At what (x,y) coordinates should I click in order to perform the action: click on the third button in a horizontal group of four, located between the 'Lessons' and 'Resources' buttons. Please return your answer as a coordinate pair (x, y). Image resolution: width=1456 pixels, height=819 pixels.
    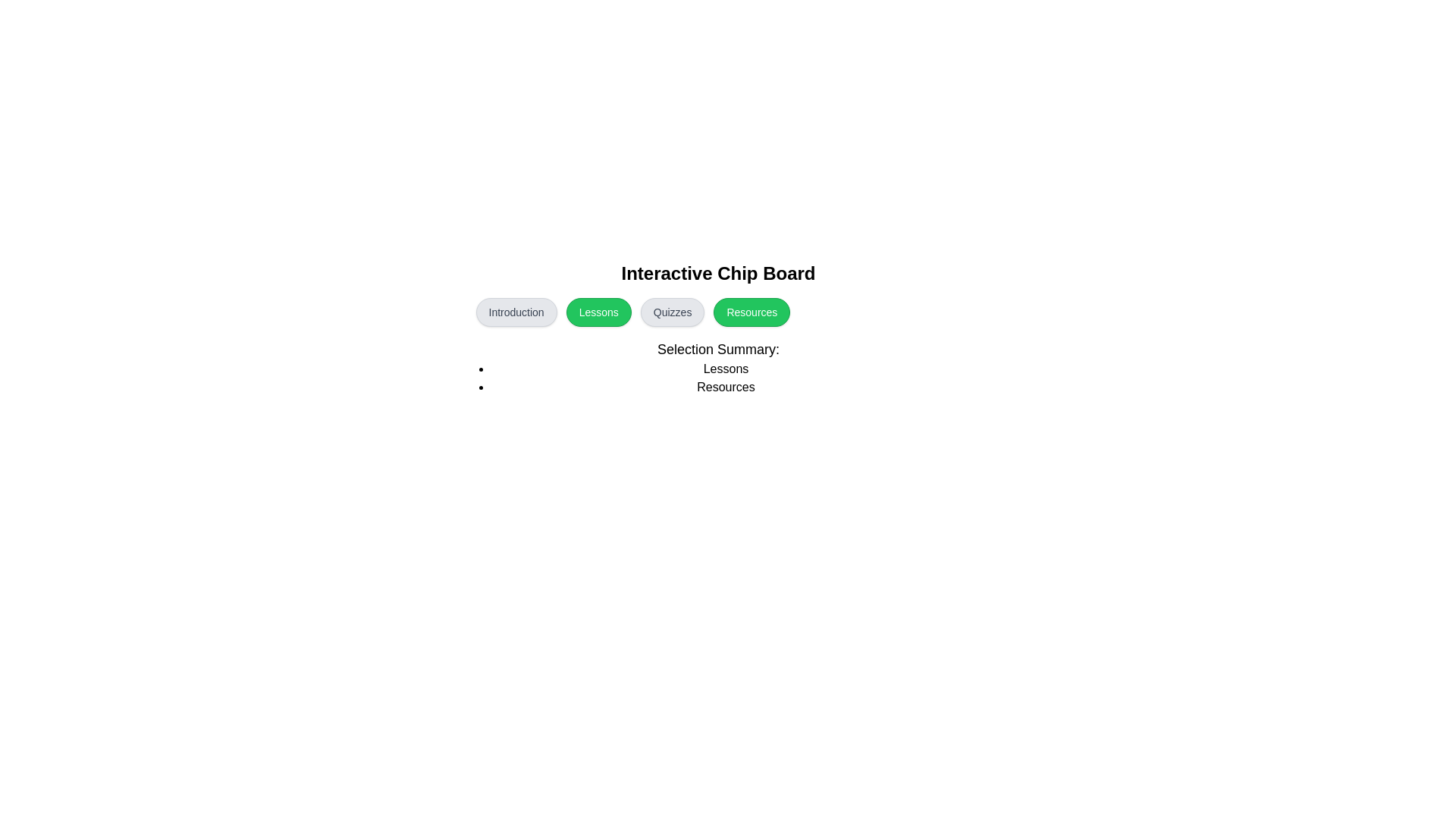
    Looking at the image, I should click on (672, 312).